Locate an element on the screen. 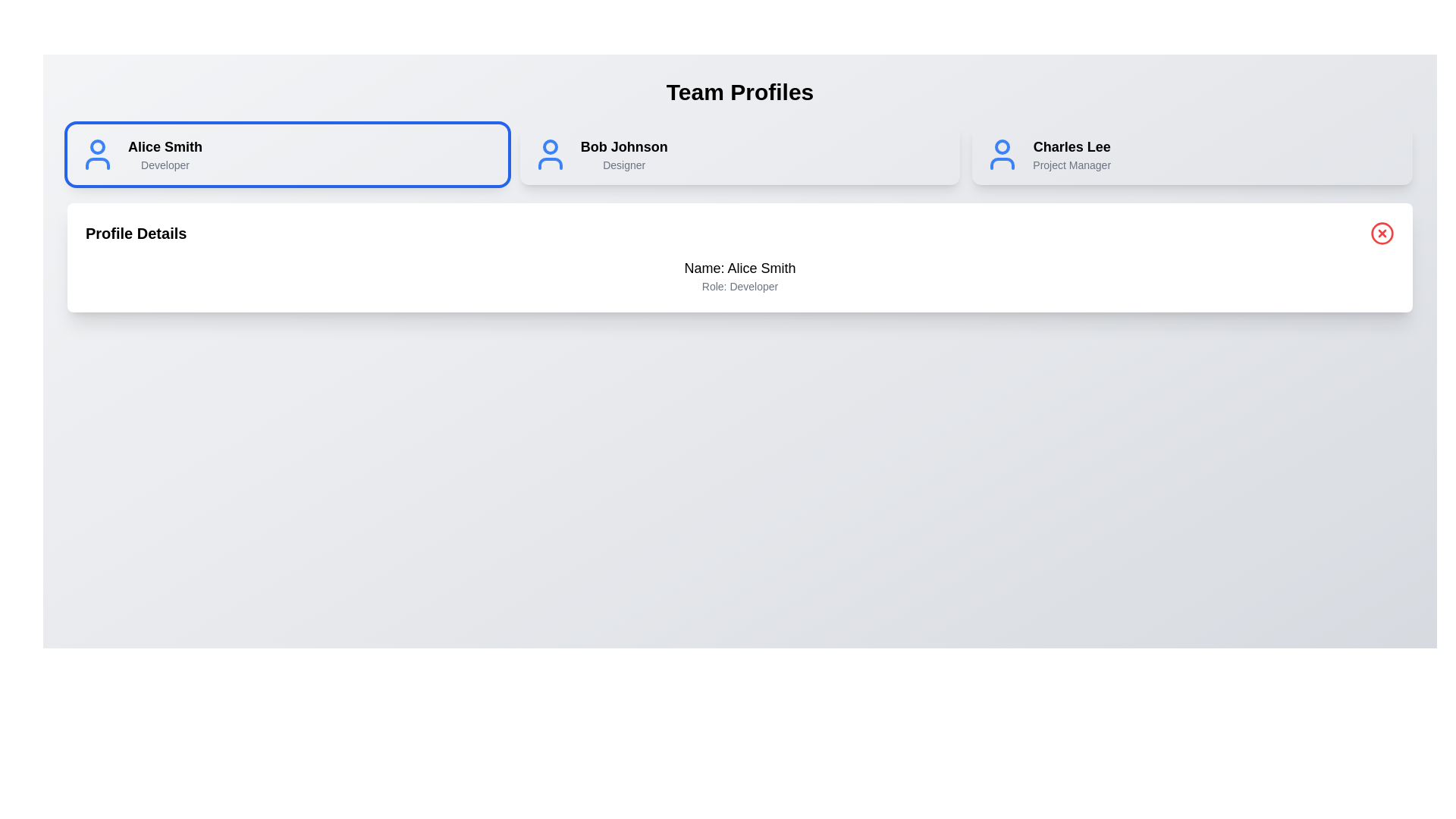 Image resolution: width=1456 pixels, height=819 pixels. the Information Card that presents details about Charles Lee, the Project Manager, located as the third card in a horizontal grid layout is located at coordinates (1191, 155).